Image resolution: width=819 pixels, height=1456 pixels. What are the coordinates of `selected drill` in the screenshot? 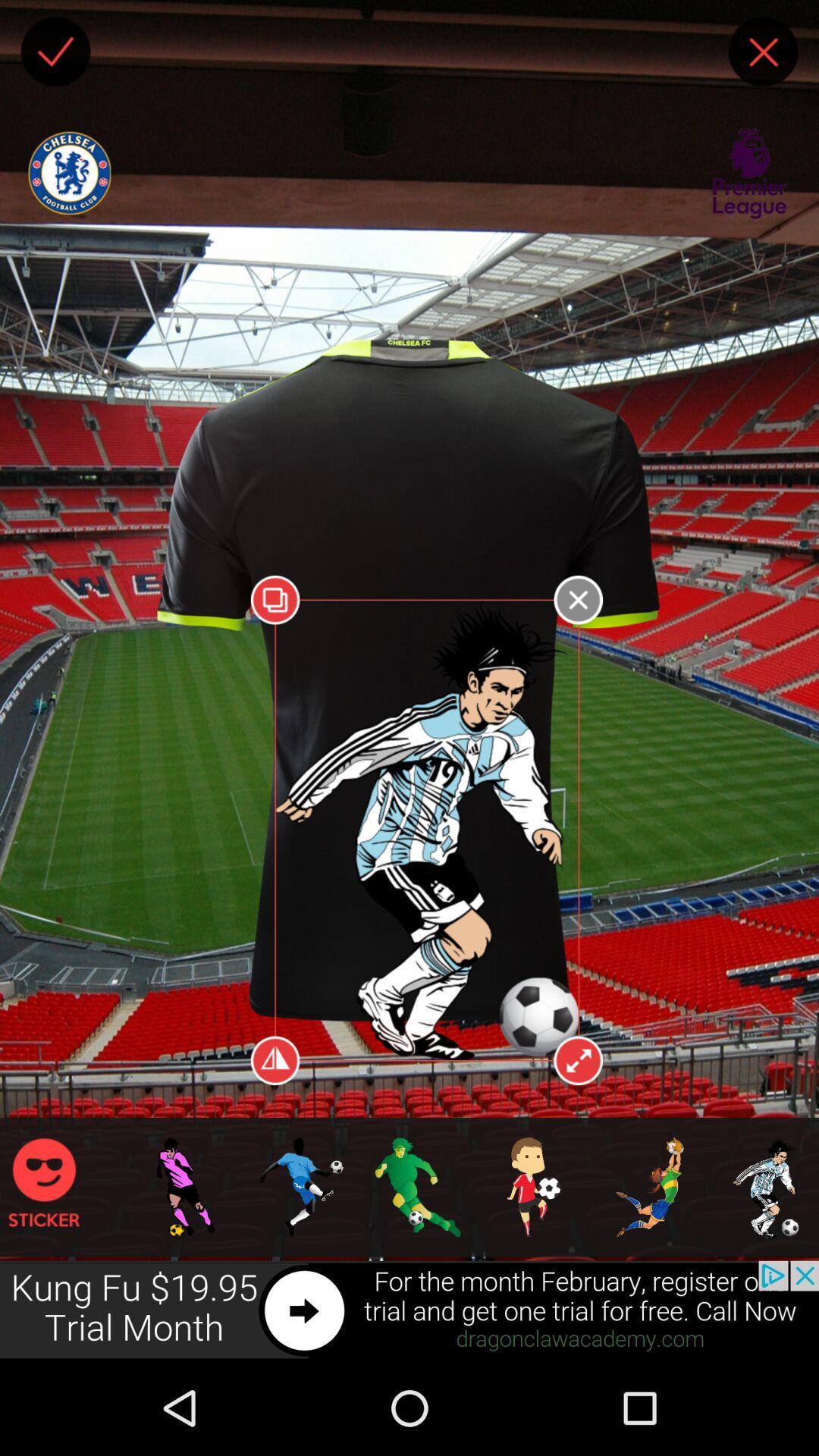 It's located at (149, 968).